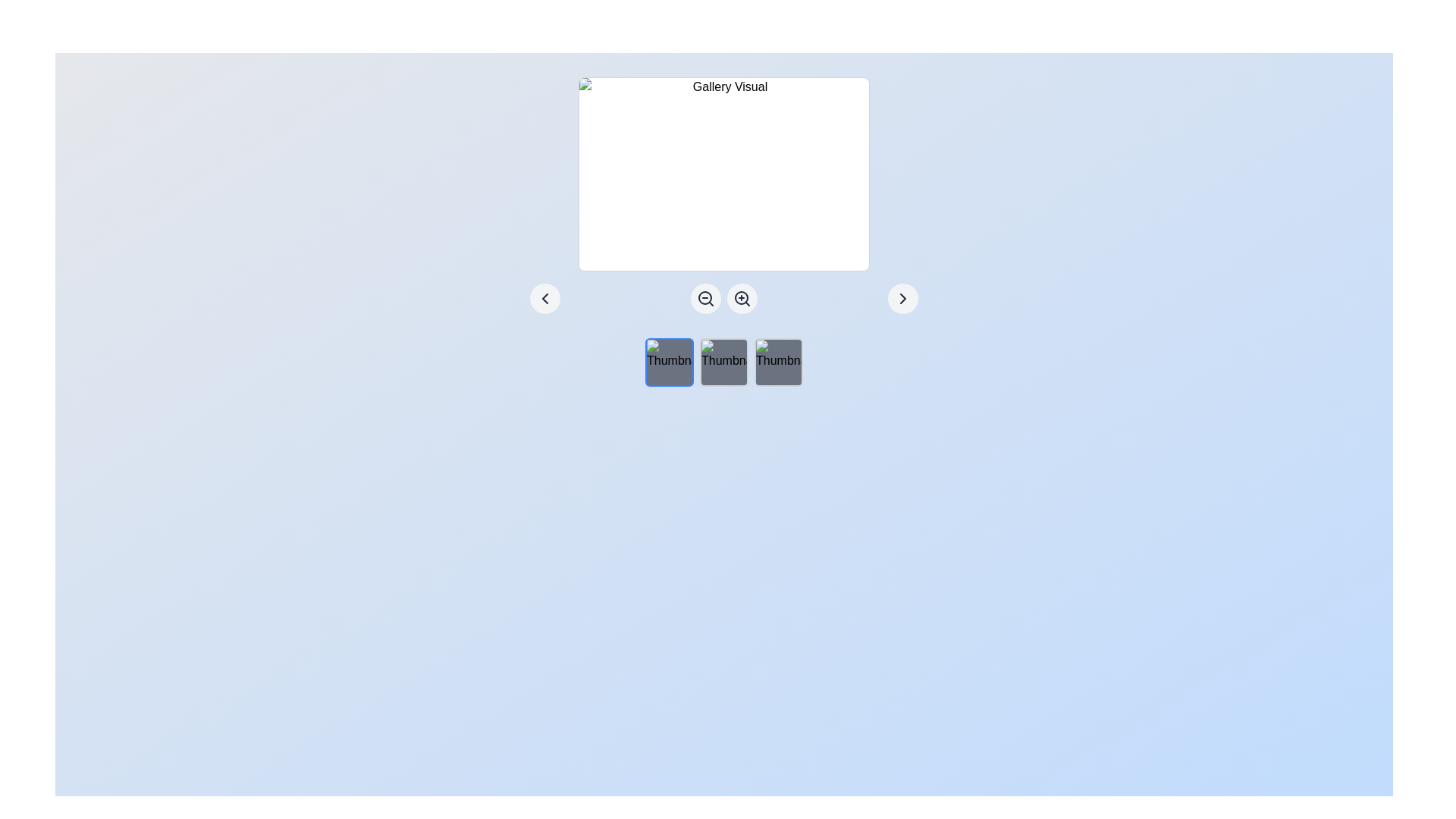 This screenshot has width=1456, height=819. I want to click on the first image thumbnail, which is a small rectangular component containing an image placeholder, so click(669, 362).